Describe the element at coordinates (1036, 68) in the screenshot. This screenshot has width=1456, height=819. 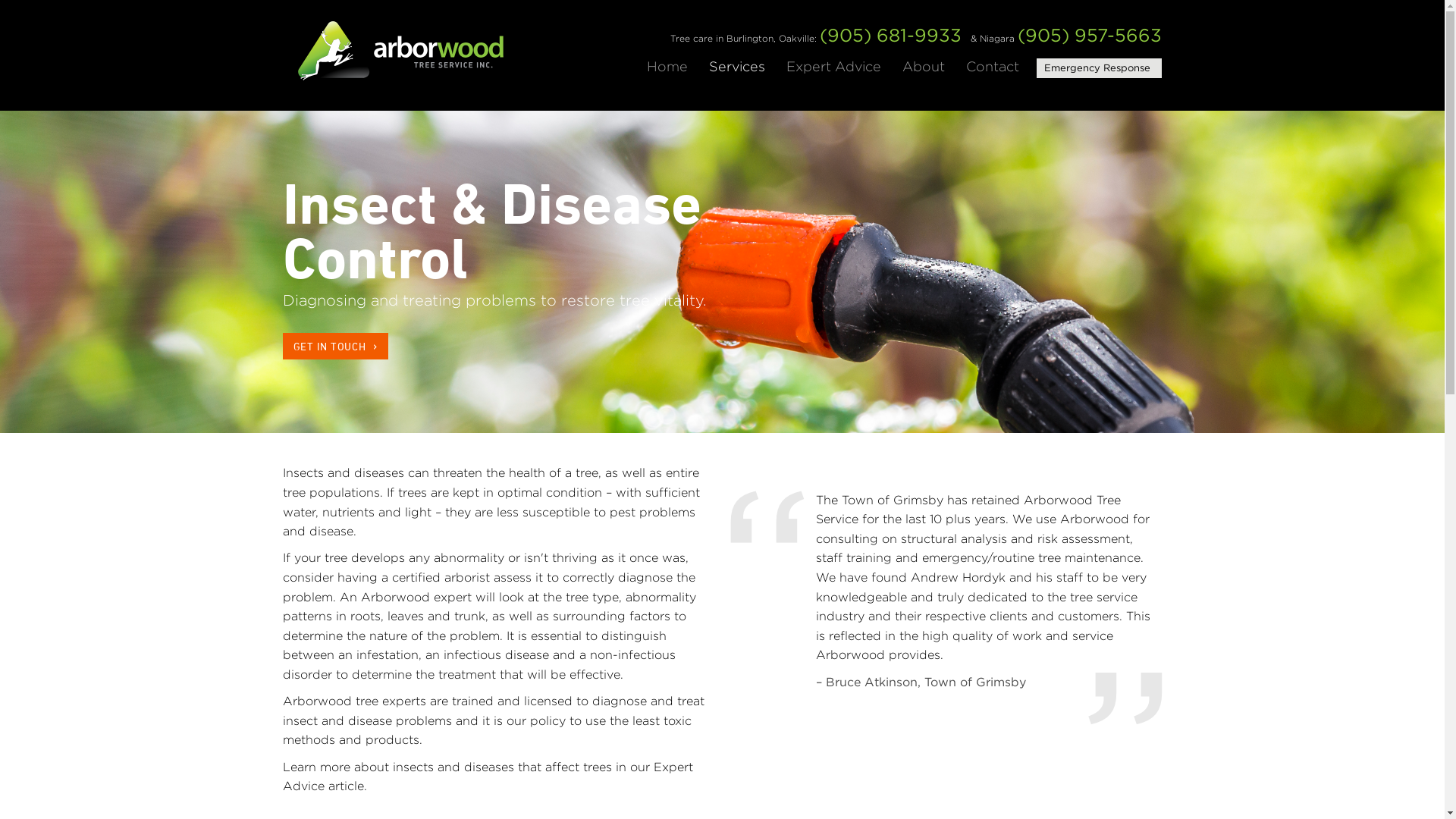
I see `'Emergency Response'` at that location.